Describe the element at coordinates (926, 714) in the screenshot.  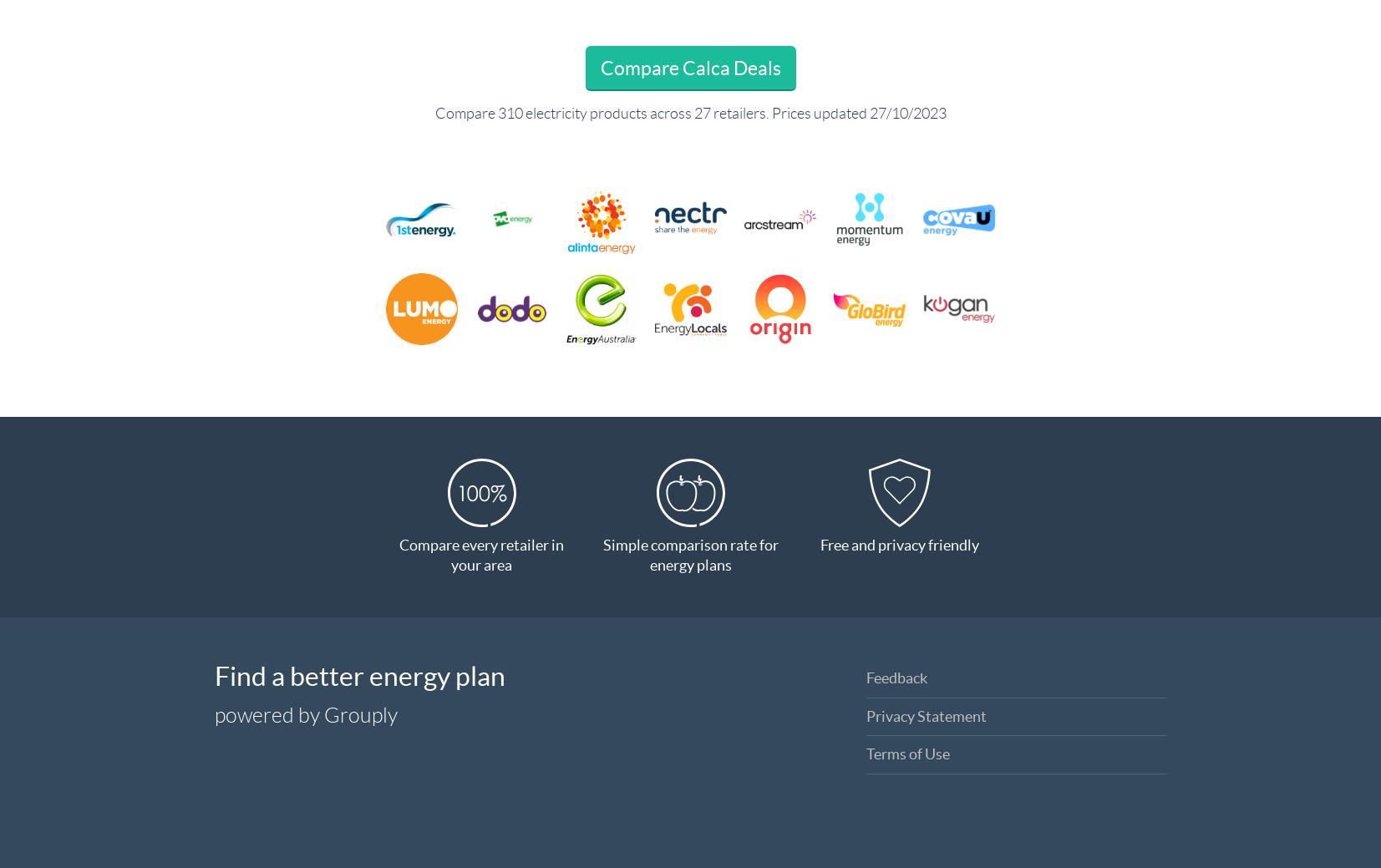
I see `'Privacy Statement'` at that location.